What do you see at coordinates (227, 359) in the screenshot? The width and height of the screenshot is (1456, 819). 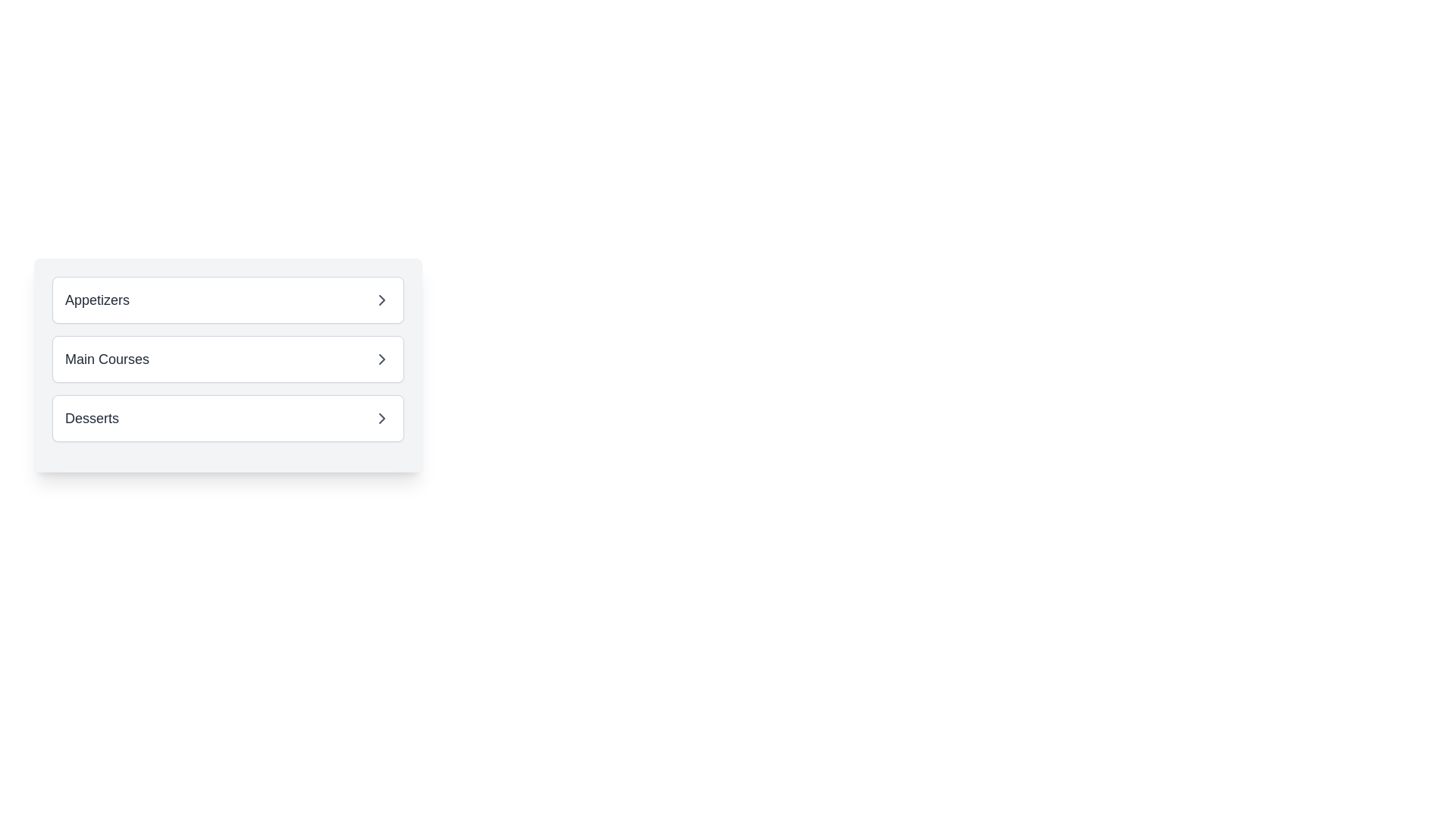 I see `the 'Main Courses' button, the second item in the vertical list of selectable categories` at bounding box center [227, 359].